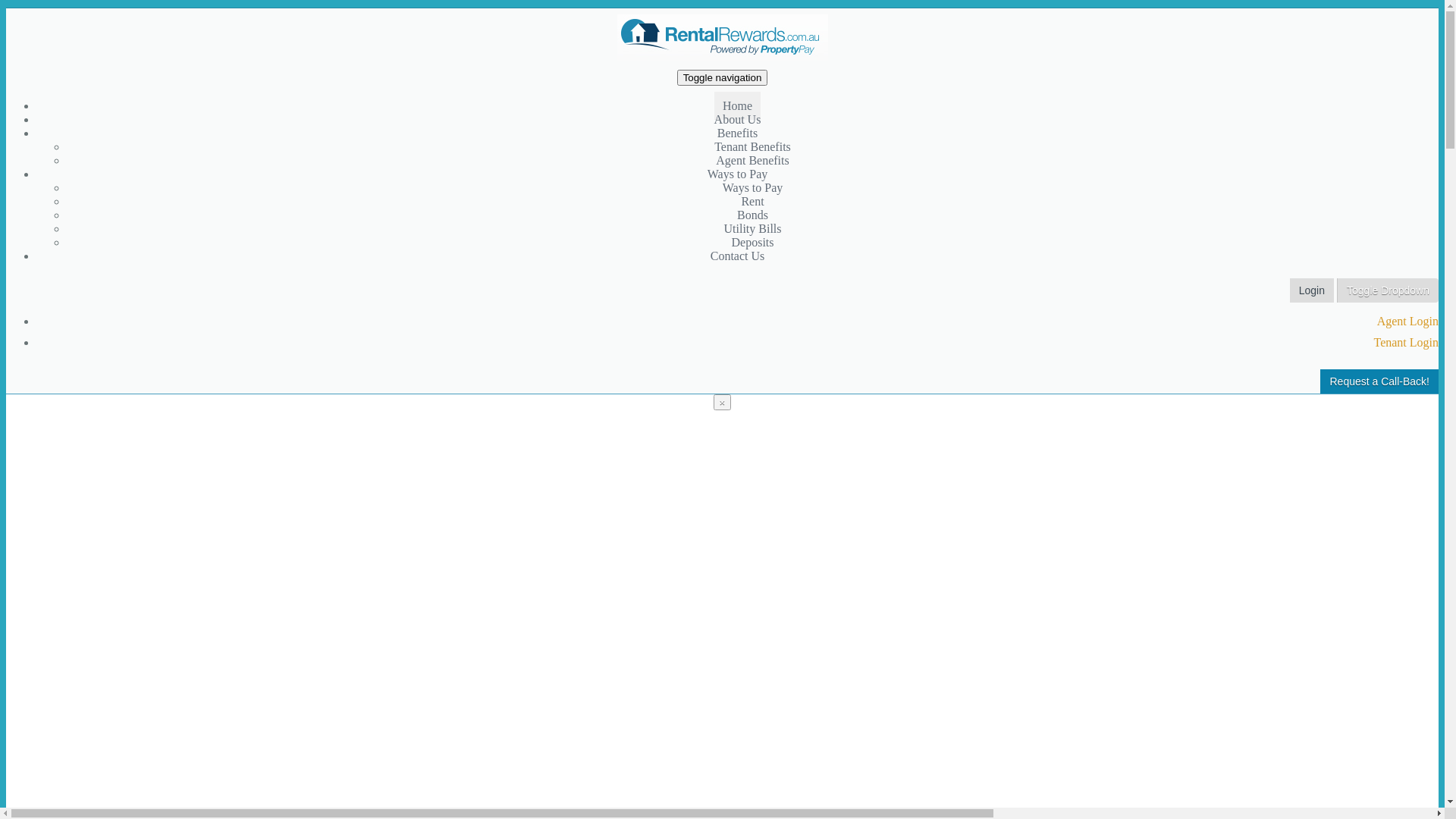  Describe the element at coordinates (753, 187) in the screenshot. I see `'Ways to Pay'` at that location.